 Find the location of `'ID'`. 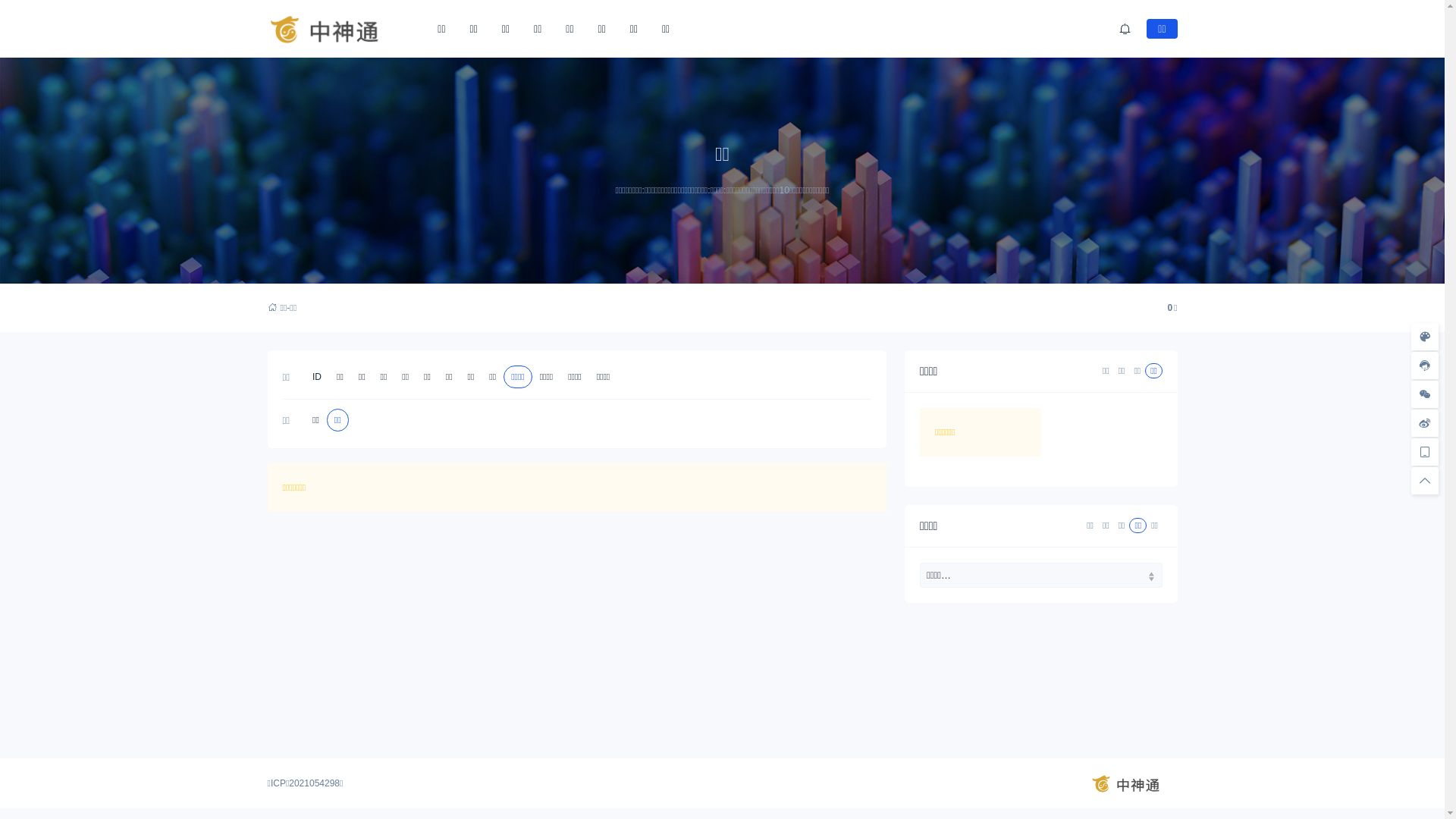

'ID' is located at coordinates (315, 376).